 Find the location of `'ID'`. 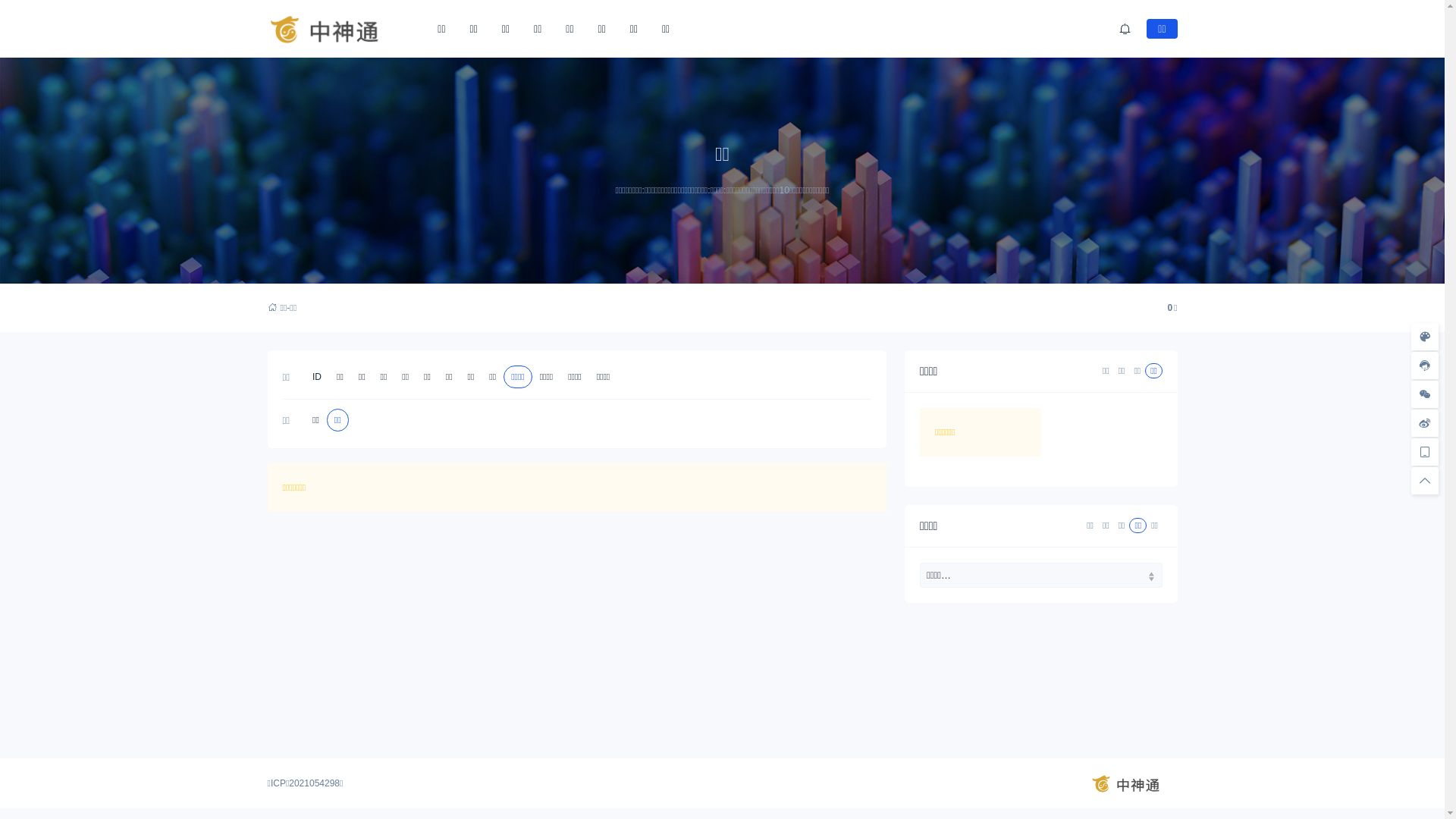

'ID' is located at coordinates (315, 376).